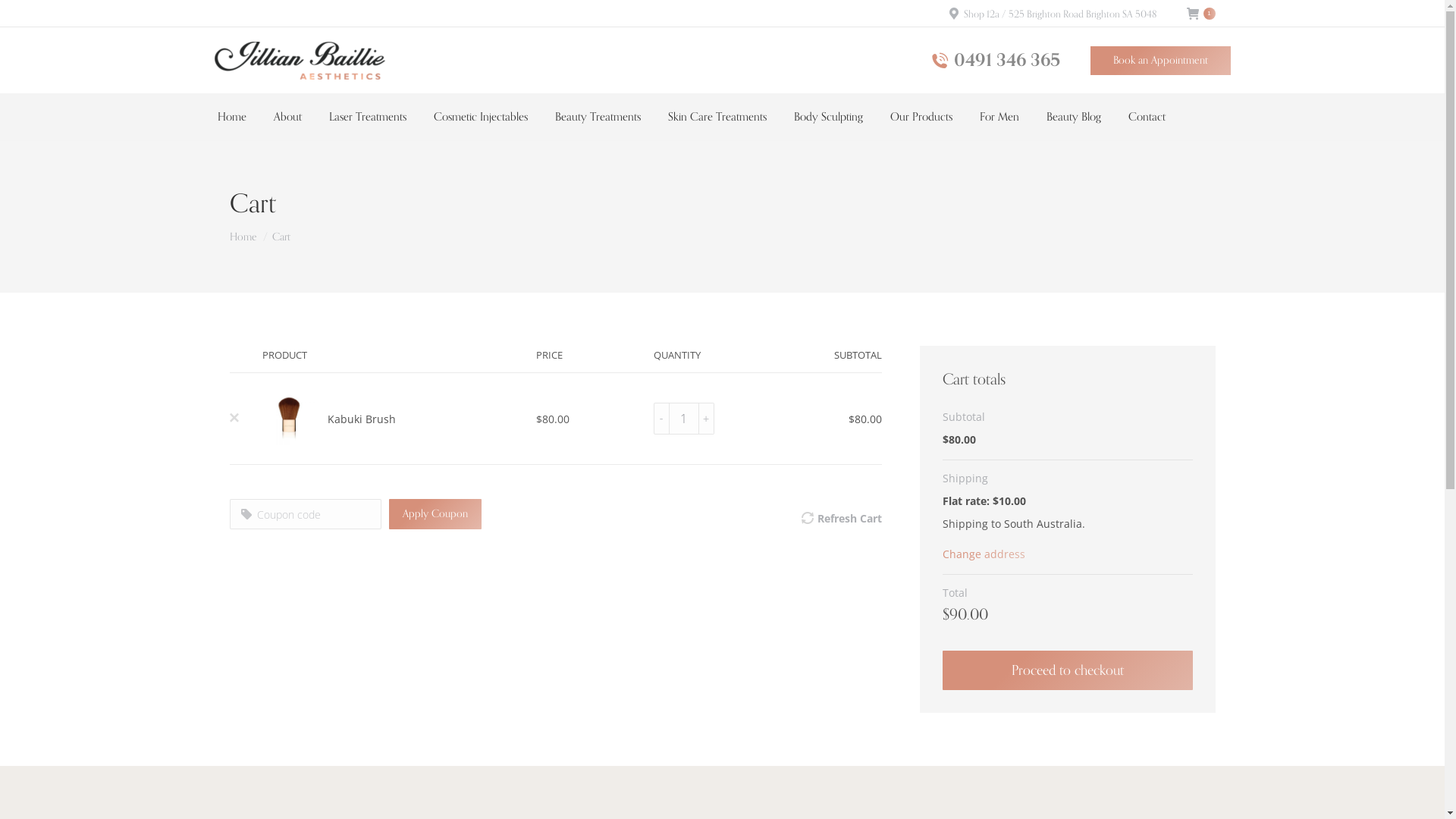 Image resolution: width=1456 pixels, height=819 pixels. Describe the element at coordinates (433, 513) in the screenshot. I see `'Apply Coupon'` at that location.